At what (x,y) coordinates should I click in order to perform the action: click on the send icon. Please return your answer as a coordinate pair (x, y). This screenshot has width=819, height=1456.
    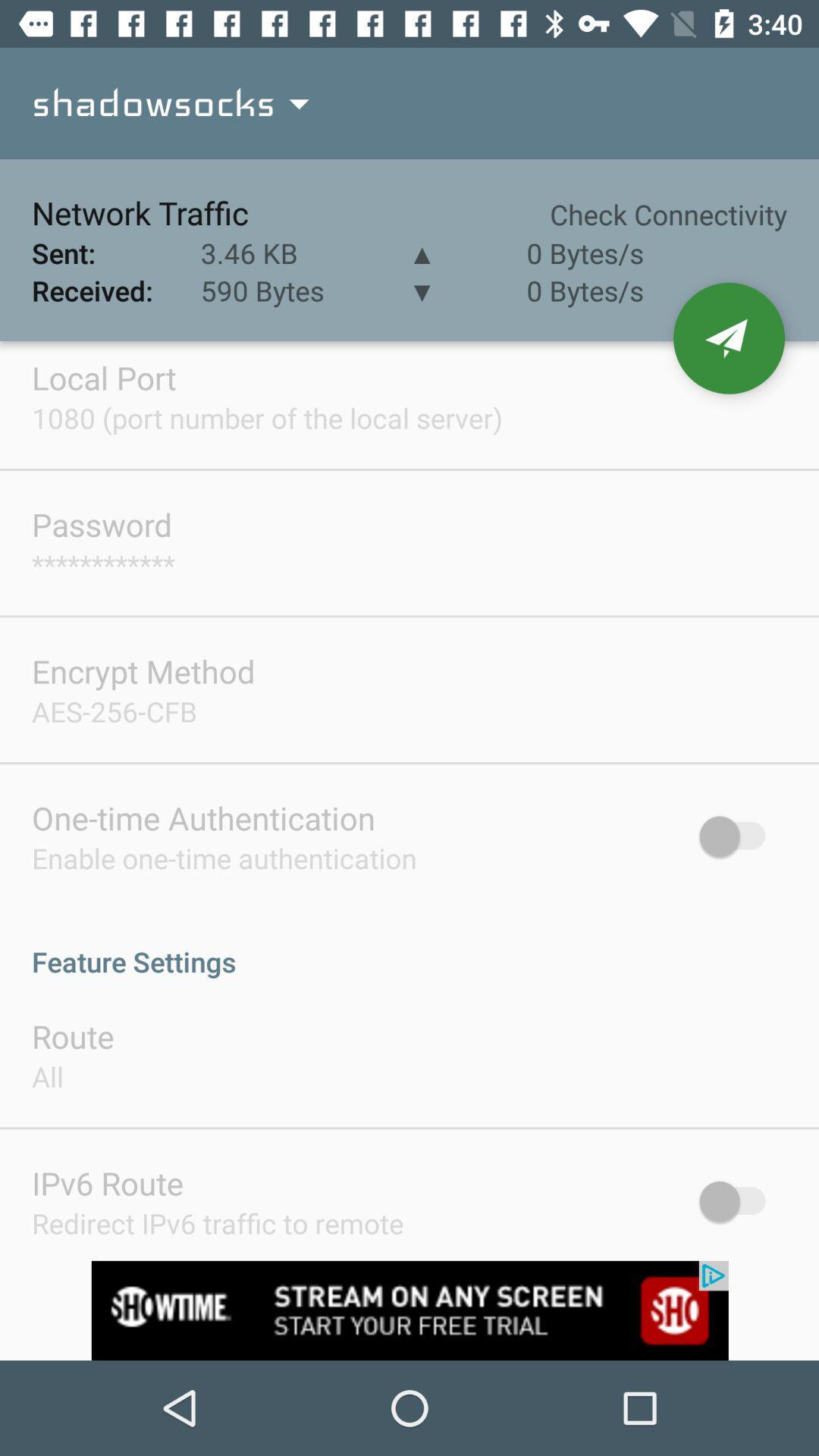
    Looking at the image, I should click on (728, 337).